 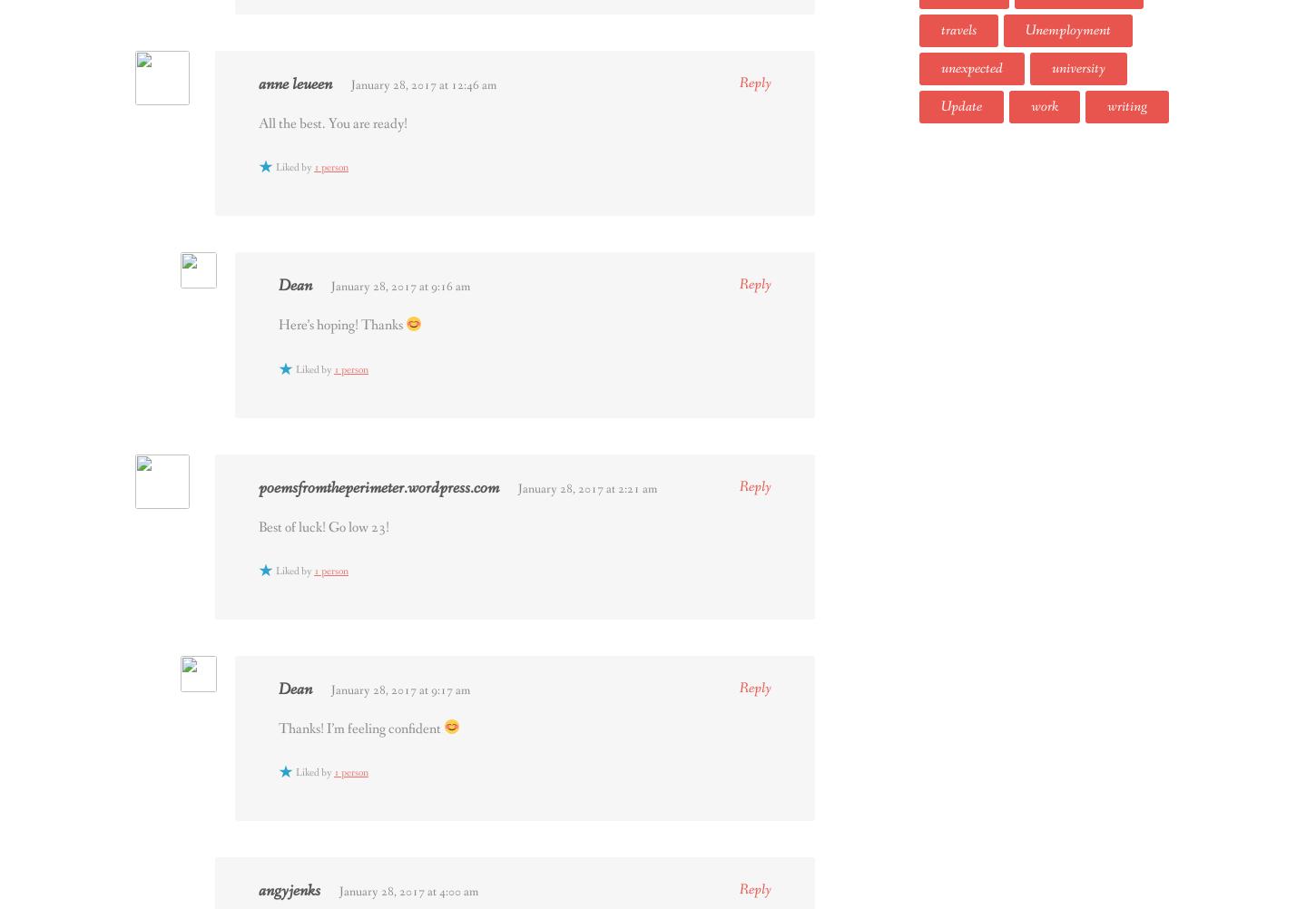 What do you see at coordinates (360, 727) in the screenshot?
I see `'Thanks! I’m feeling confident'` at bounding box center [360, 727].